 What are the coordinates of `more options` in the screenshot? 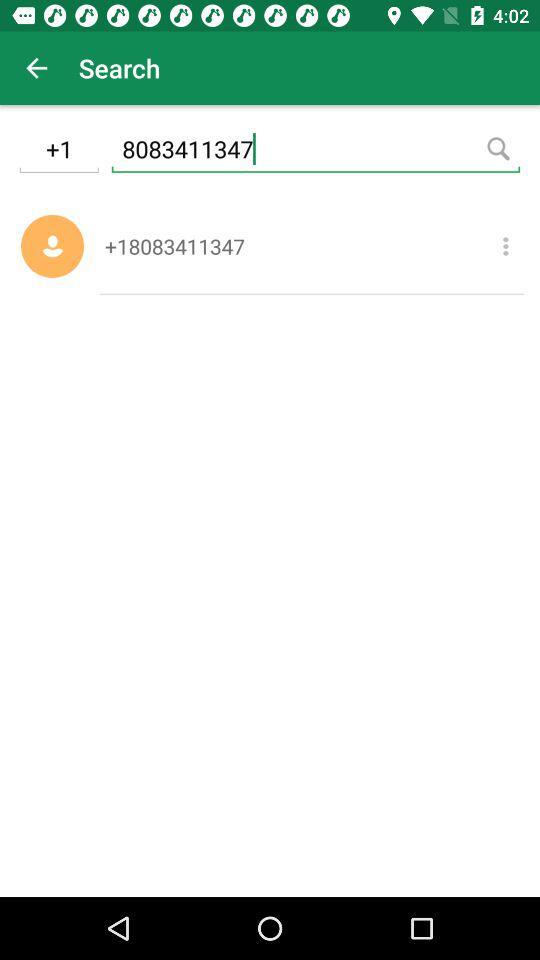 It's located at (504, 245).